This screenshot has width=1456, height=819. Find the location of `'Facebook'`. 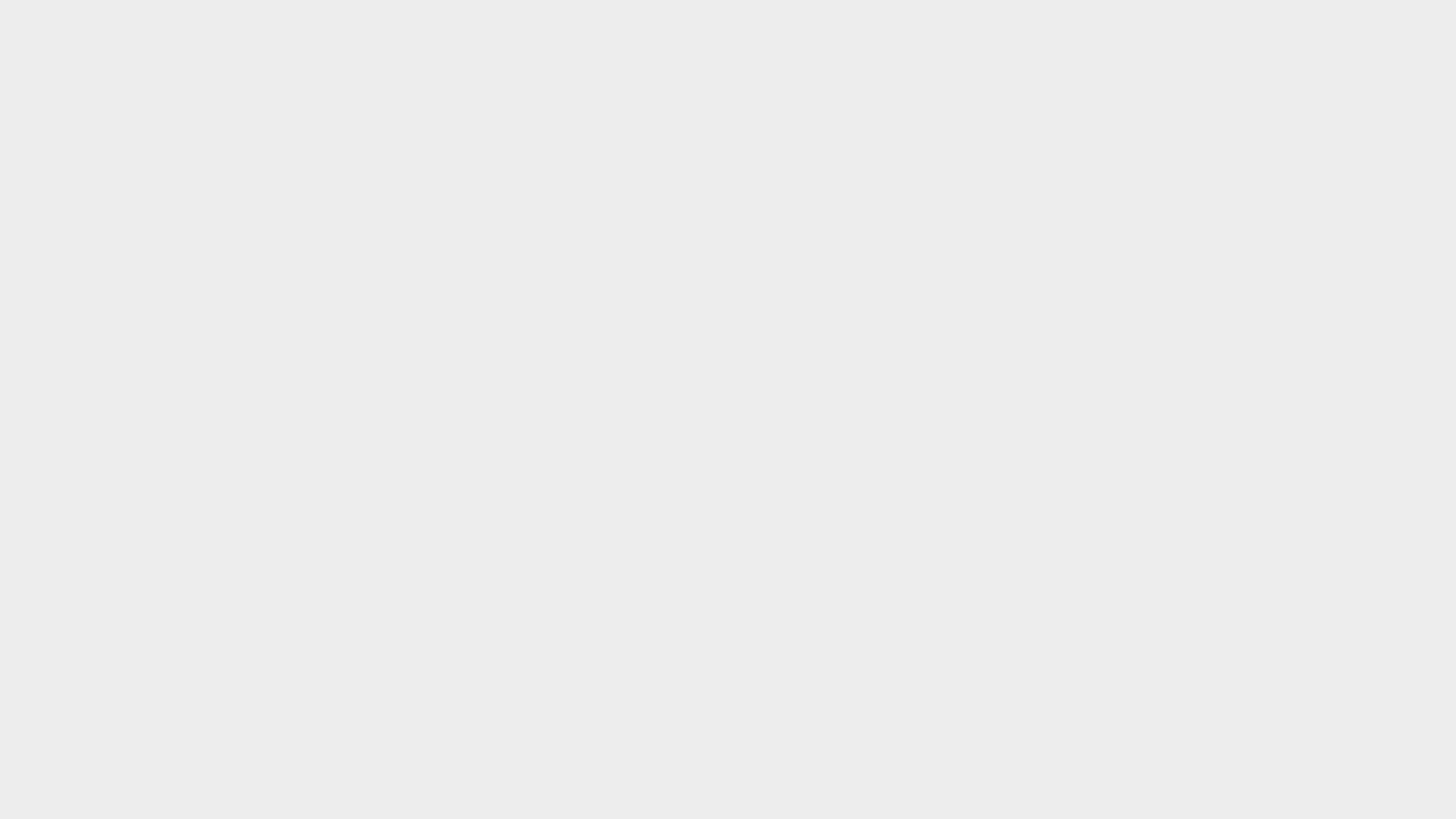

'Facebook' is located at coordinates (1114, 18).